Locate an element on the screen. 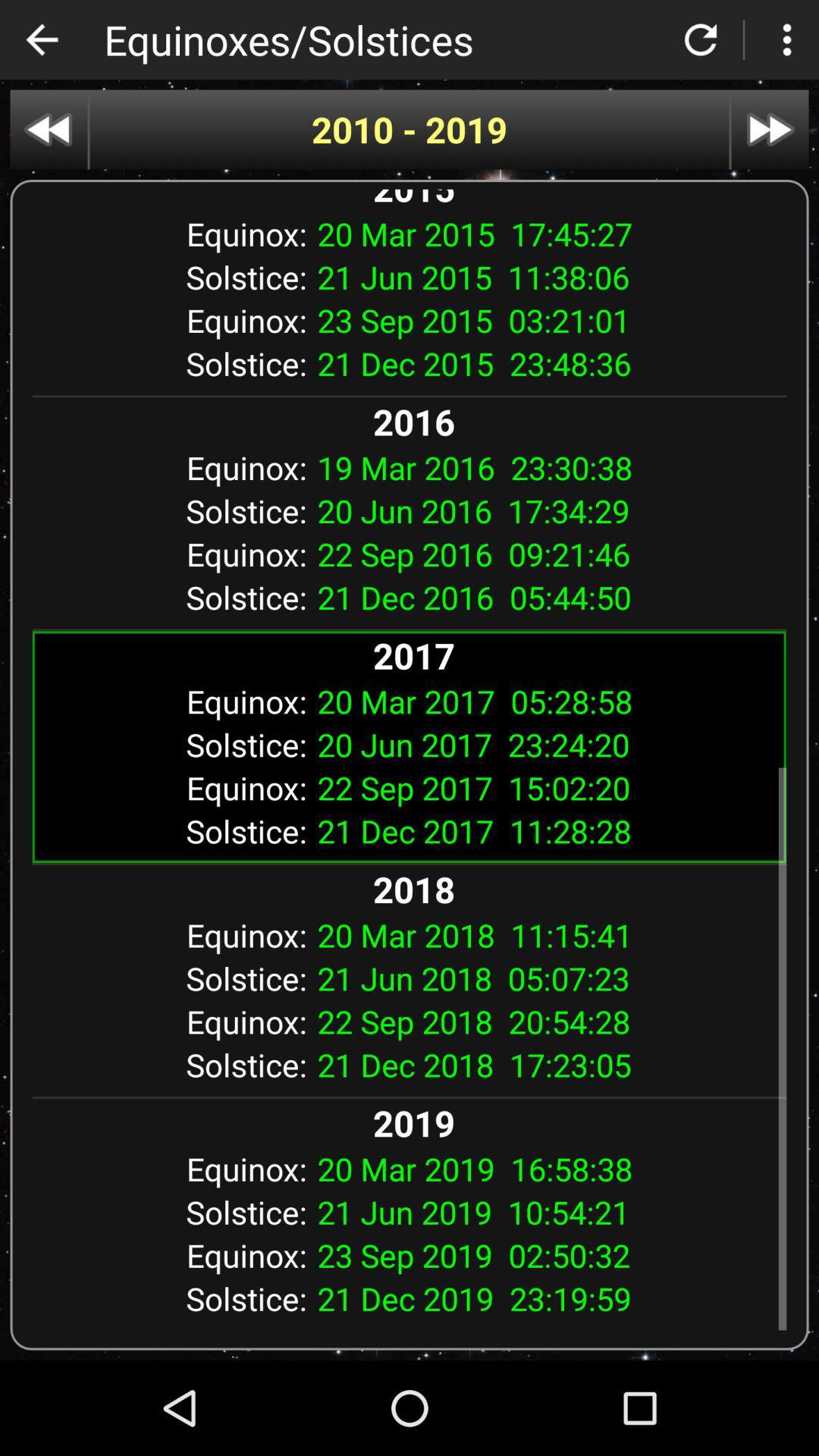 The width and height of the screenshot is (819, 1456). the app to the right of equinox: item is located at coordinates (546, 466).